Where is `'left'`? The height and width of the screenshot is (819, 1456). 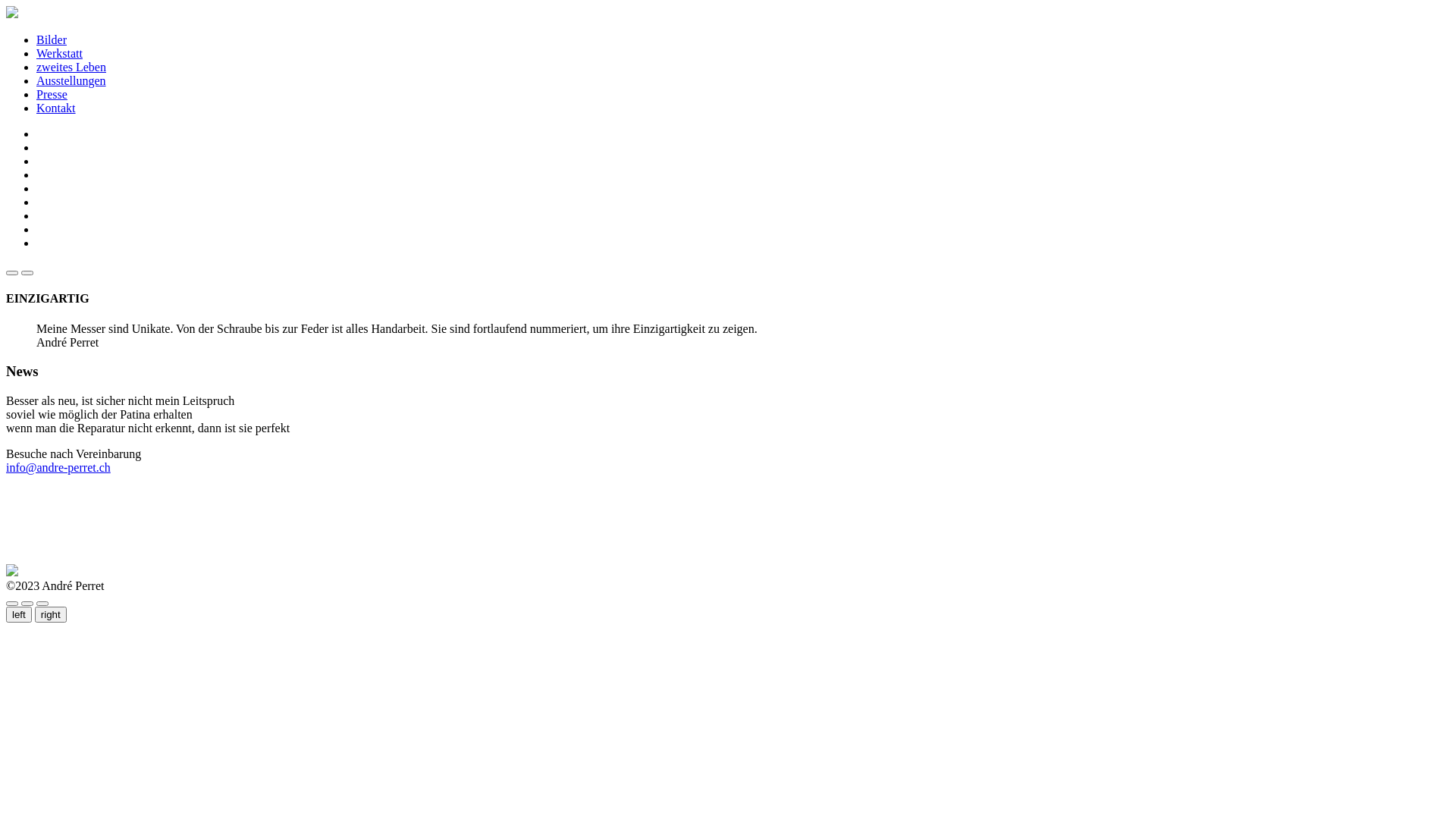 'left' is located at coordinates (18, 614).